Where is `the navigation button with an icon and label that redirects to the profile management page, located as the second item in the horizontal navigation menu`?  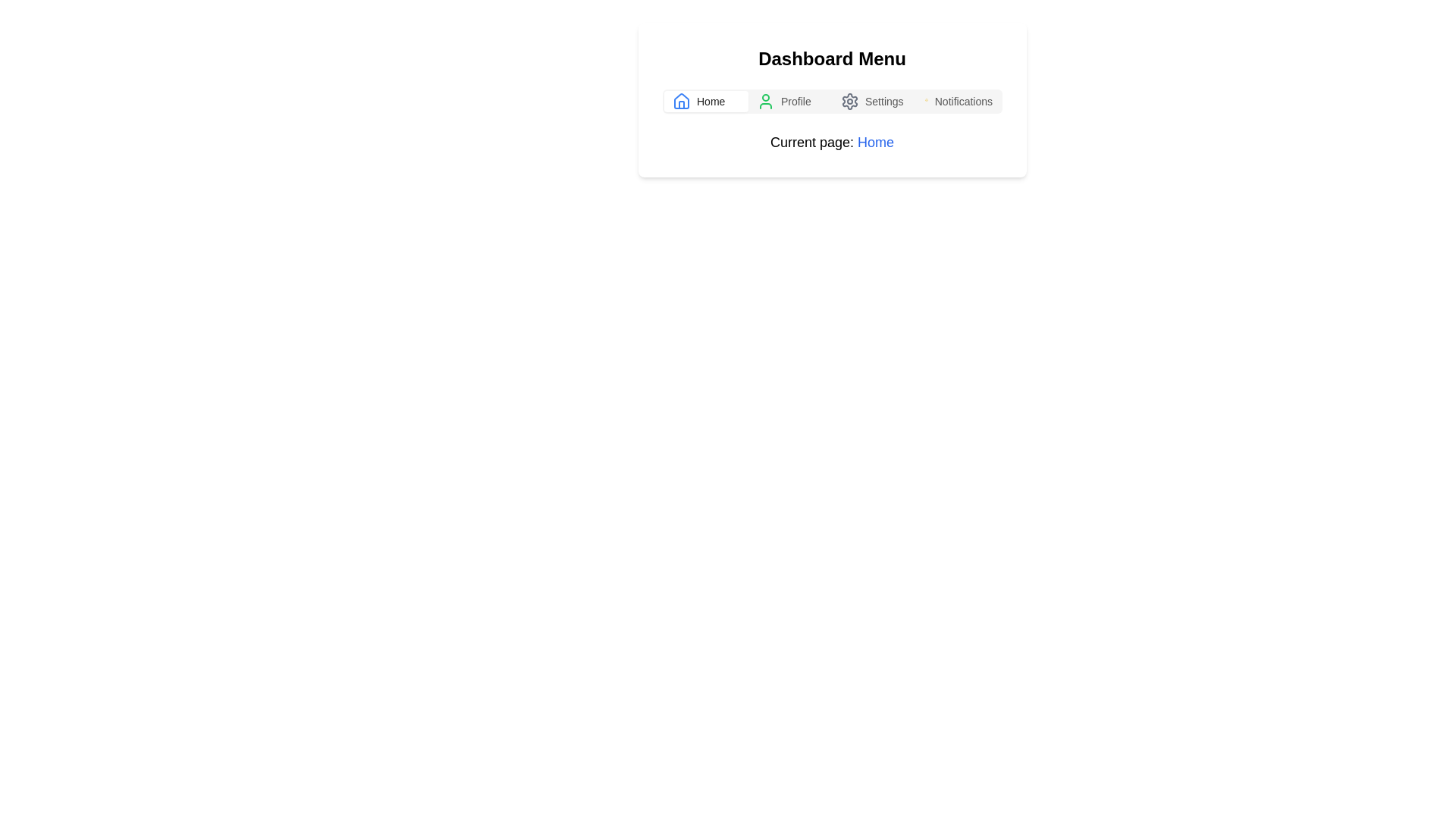
the navigation button with an icon and label that redirects to the profile management page, located as the second item in the horizontal navigation menu is located at coordinates (789, 102).